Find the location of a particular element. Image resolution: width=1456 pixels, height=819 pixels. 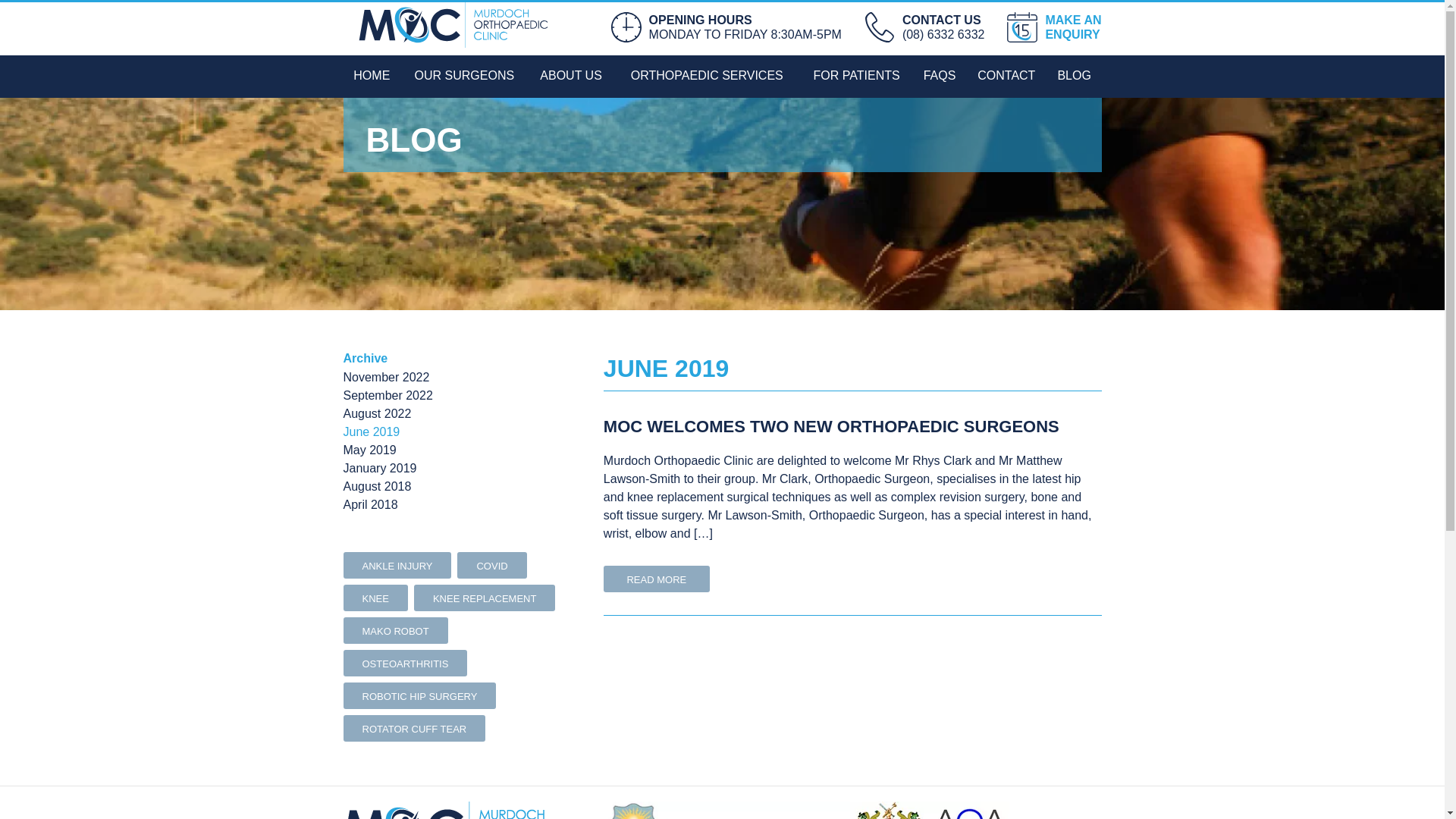

'CONTACT' is located at coordinates (1006, 76).